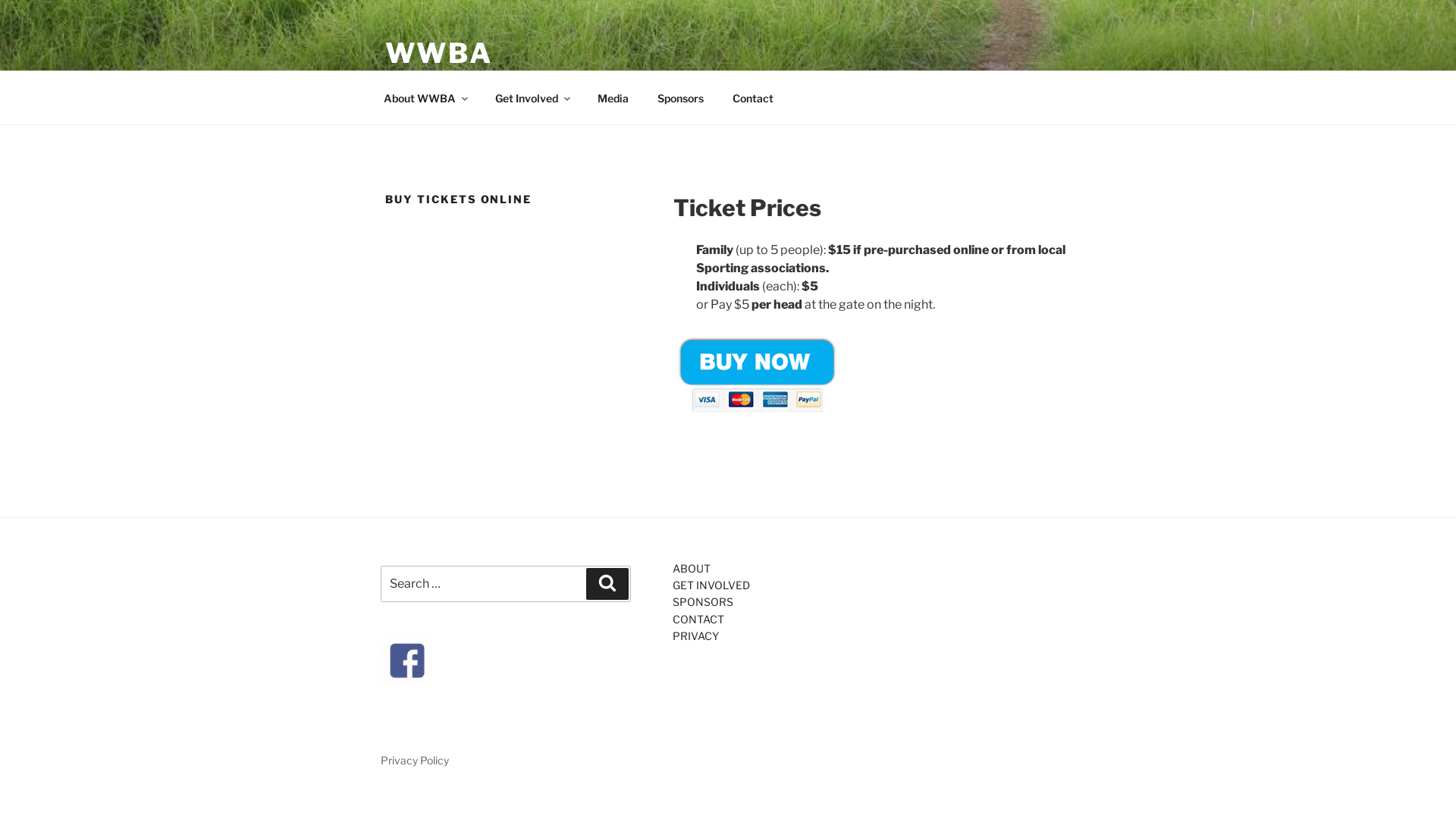 The image size is (1456, 819). Describe the element at coordinates (701, 601) in the screenshot. I see `'SPONSORS'` at that location.